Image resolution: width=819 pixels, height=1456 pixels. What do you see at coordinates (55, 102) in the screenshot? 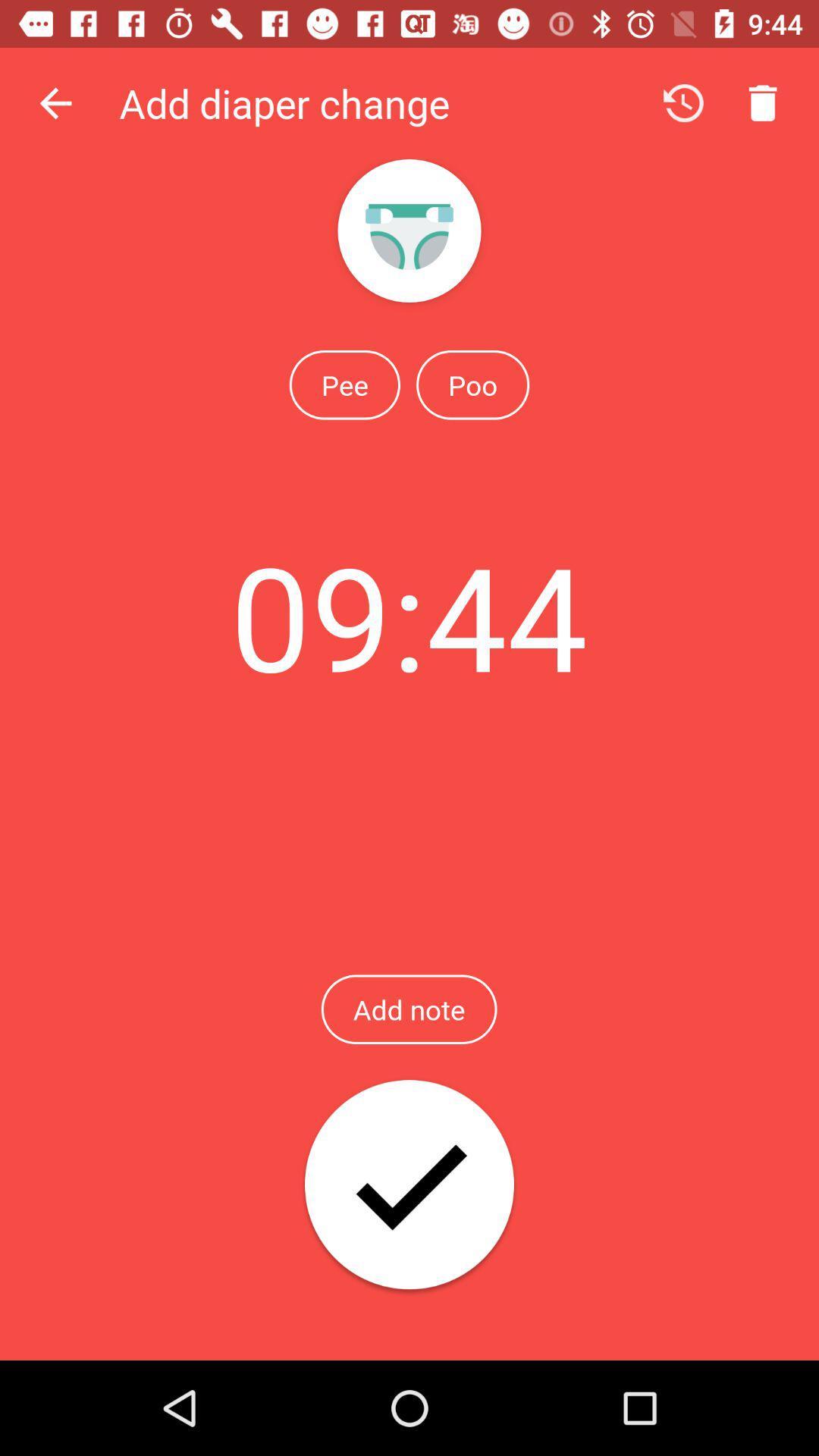
I see `the icon at the top left corner` at bounding box center [55, 102].